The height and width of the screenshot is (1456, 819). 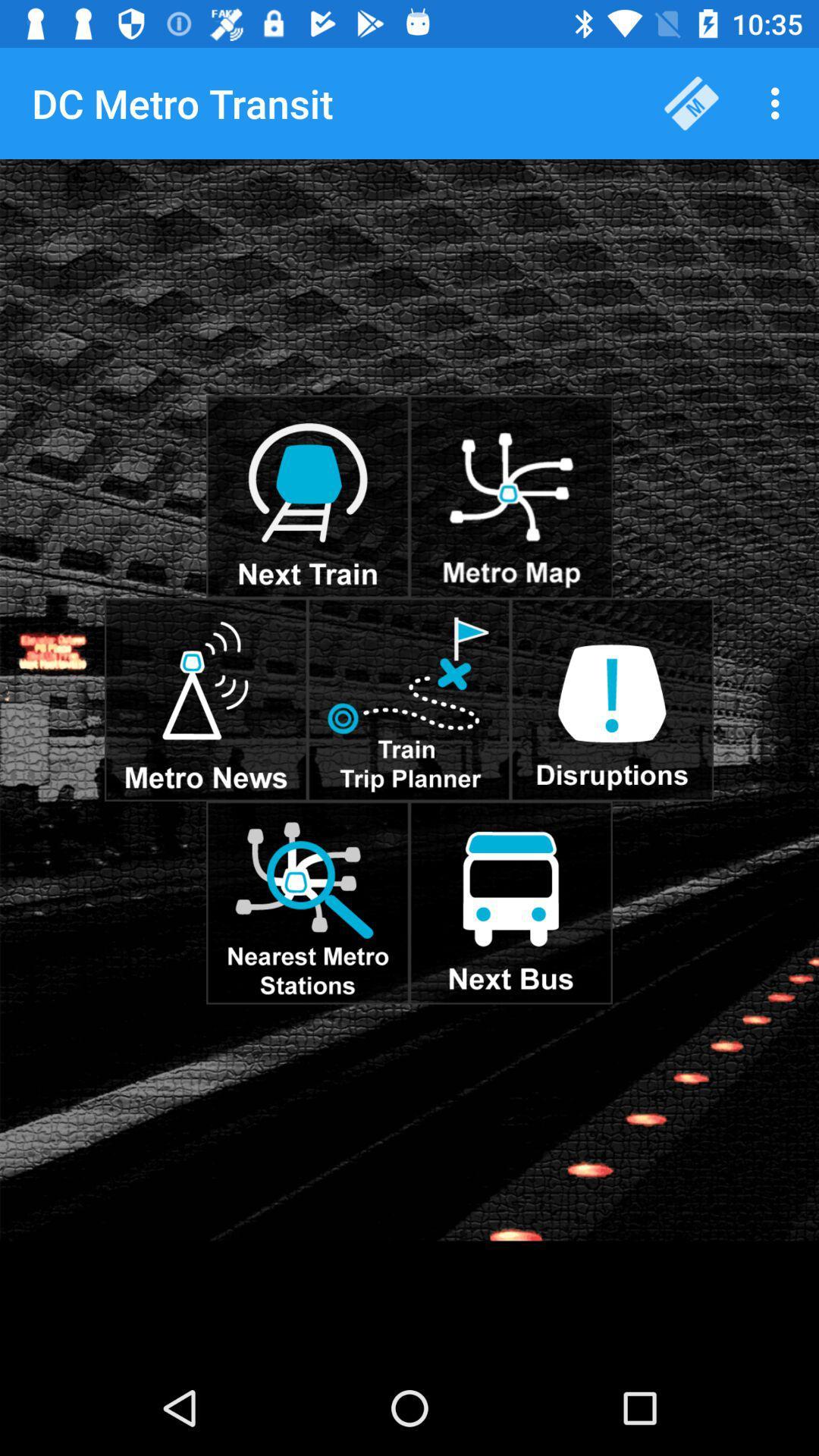 I want to click on nearest metro stations, so click(x=307, y=902).